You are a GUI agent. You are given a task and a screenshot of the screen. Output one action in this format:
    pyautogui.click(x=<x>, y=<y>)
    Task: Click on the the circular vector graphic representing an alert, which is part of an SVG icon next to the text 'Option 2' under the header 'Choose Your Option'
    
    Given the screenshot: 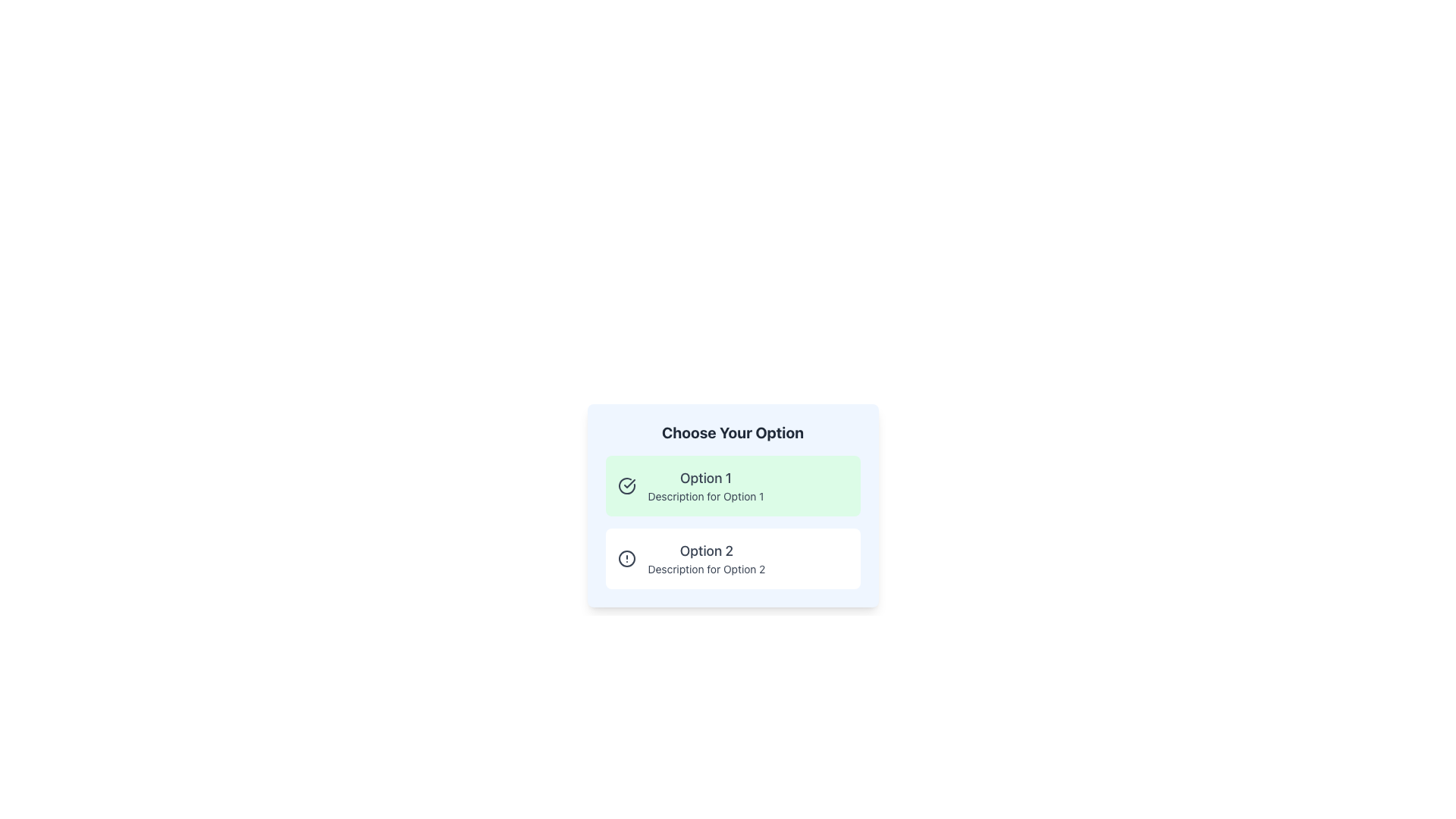 What is the action you would take?
    pyautogui.click(x=626, y=558)
    